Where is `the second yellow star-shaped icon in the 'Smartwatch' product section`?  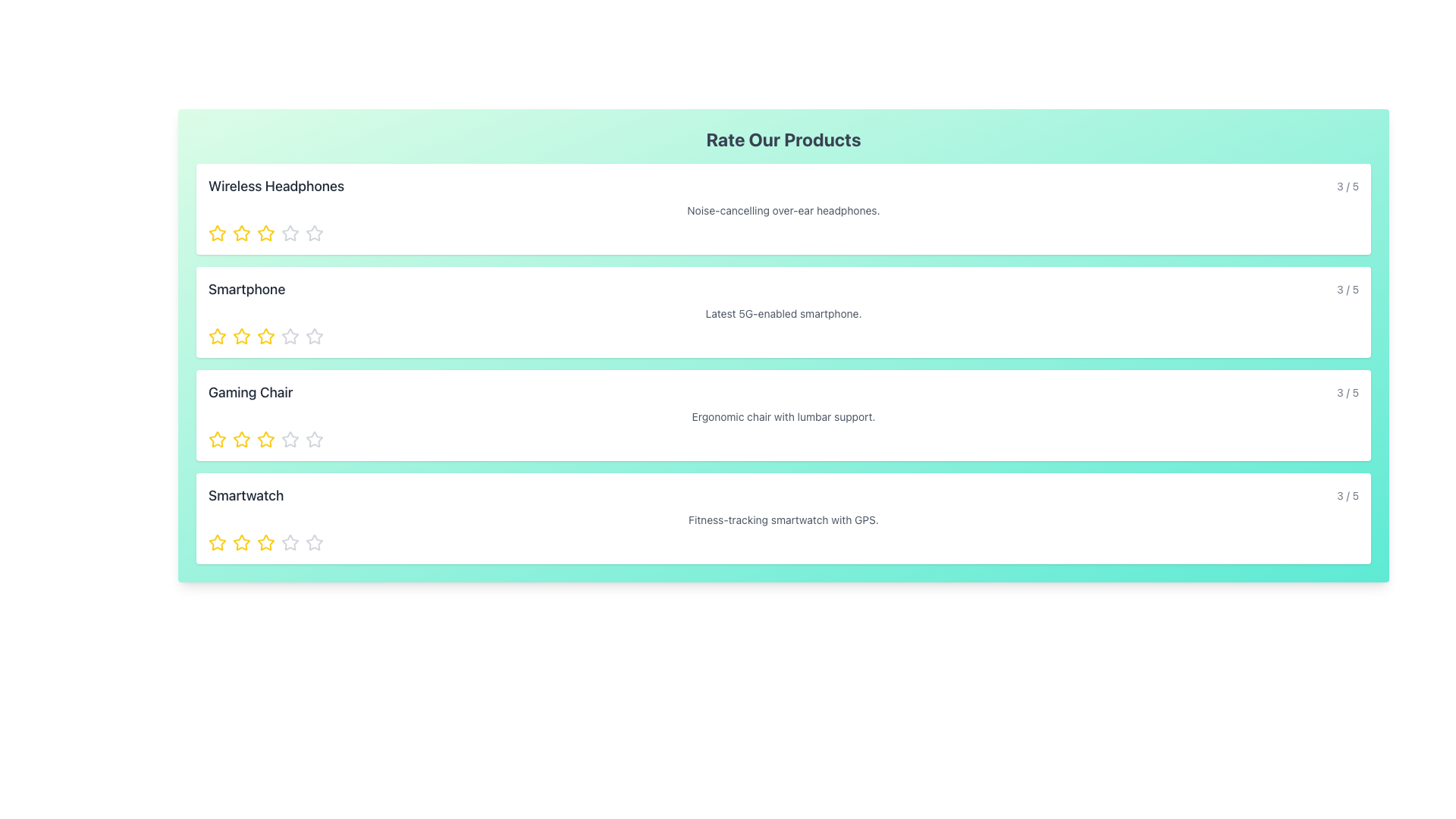 the second yellow star-shaped icon in the 'Smartwatch' product section is located at coordinates (240, 542).